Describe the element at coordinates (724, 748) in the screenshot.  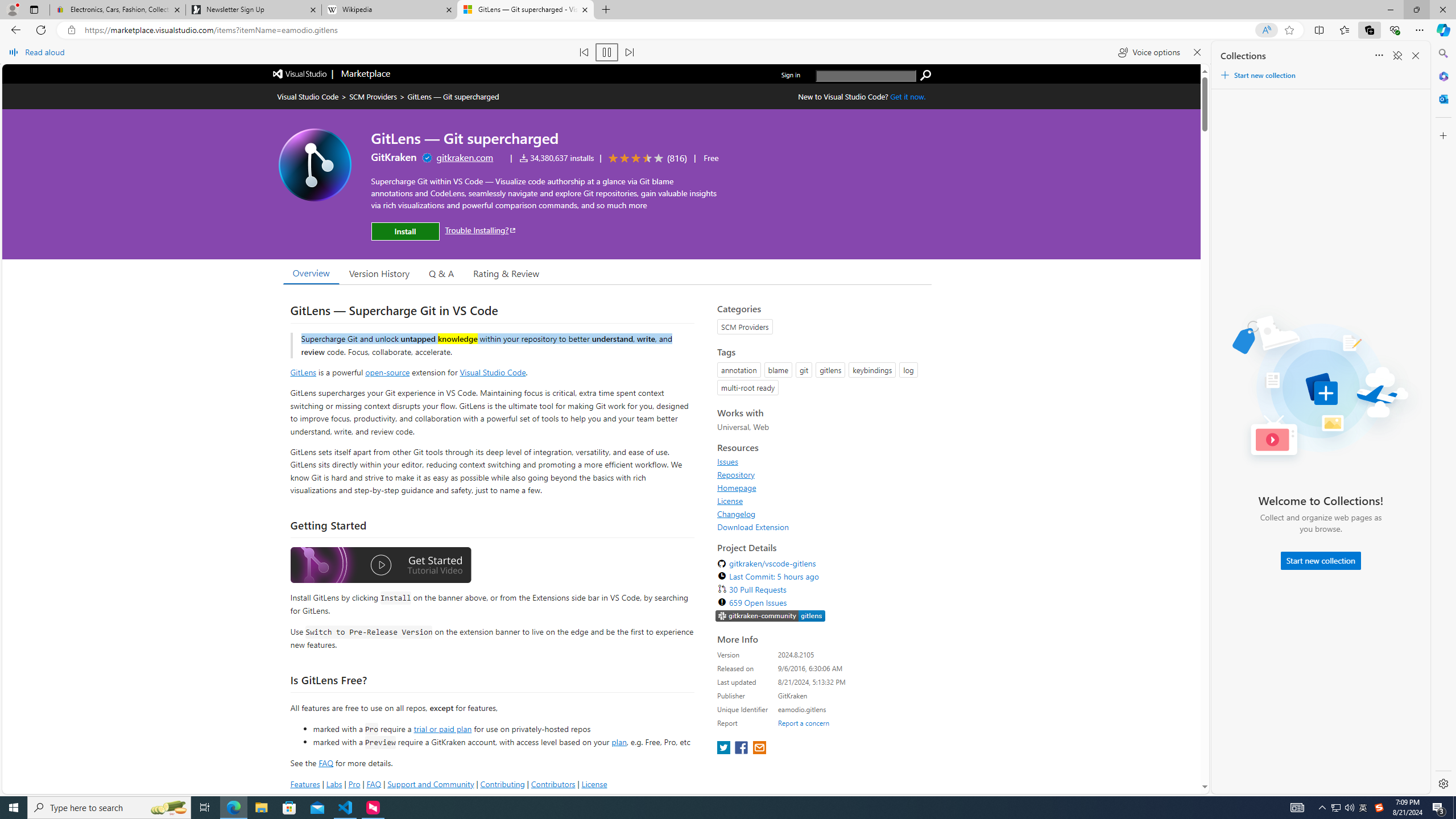
I see `'share extension on twitter'` at that location.